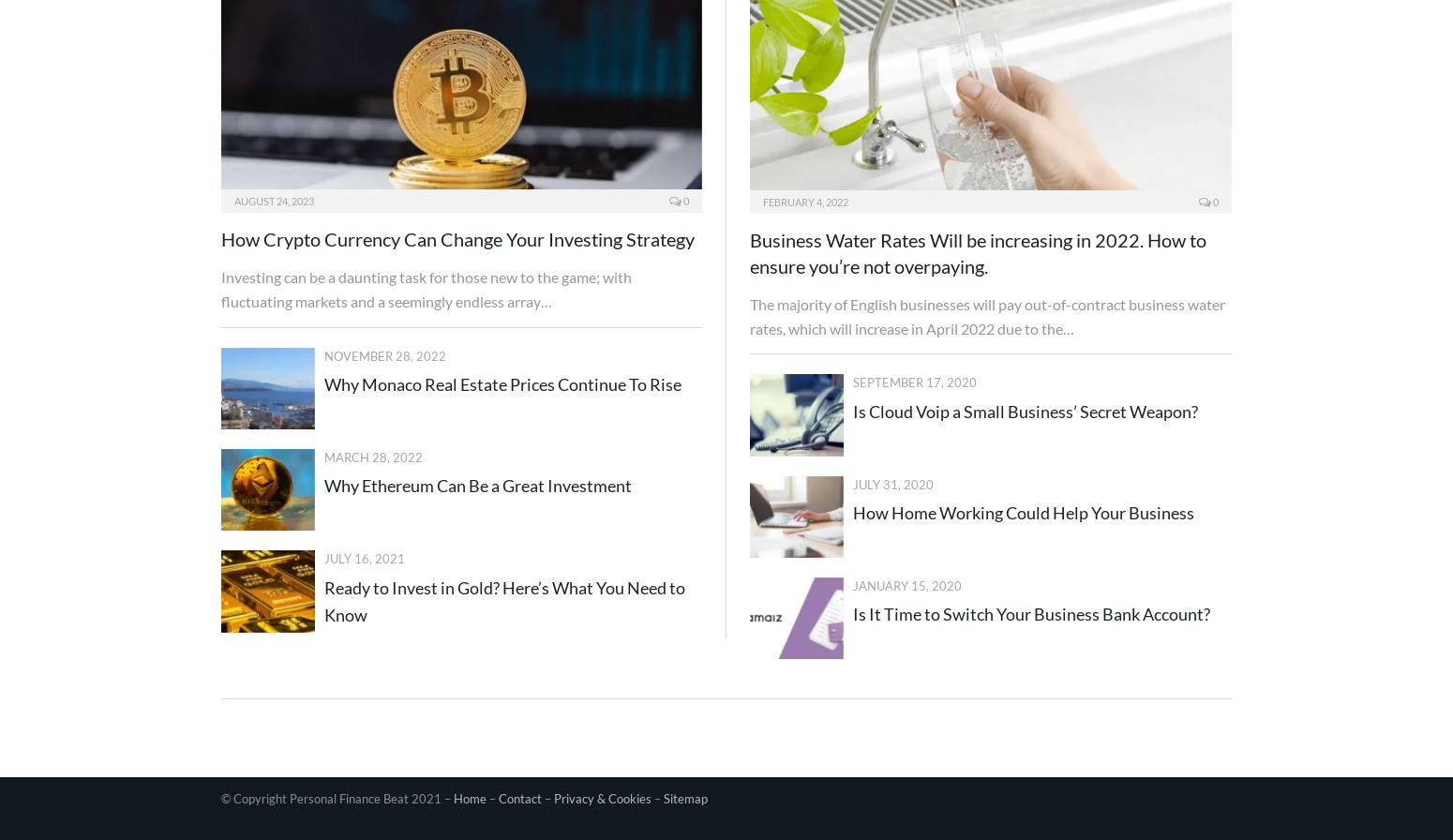 The height and width of the screenshot is (840, 1453). Describe the element at coordinates (853, 410) in the screenshot. I see `'Is Cloud Voip a Small Business’ Secret Weapon?'` at that location.